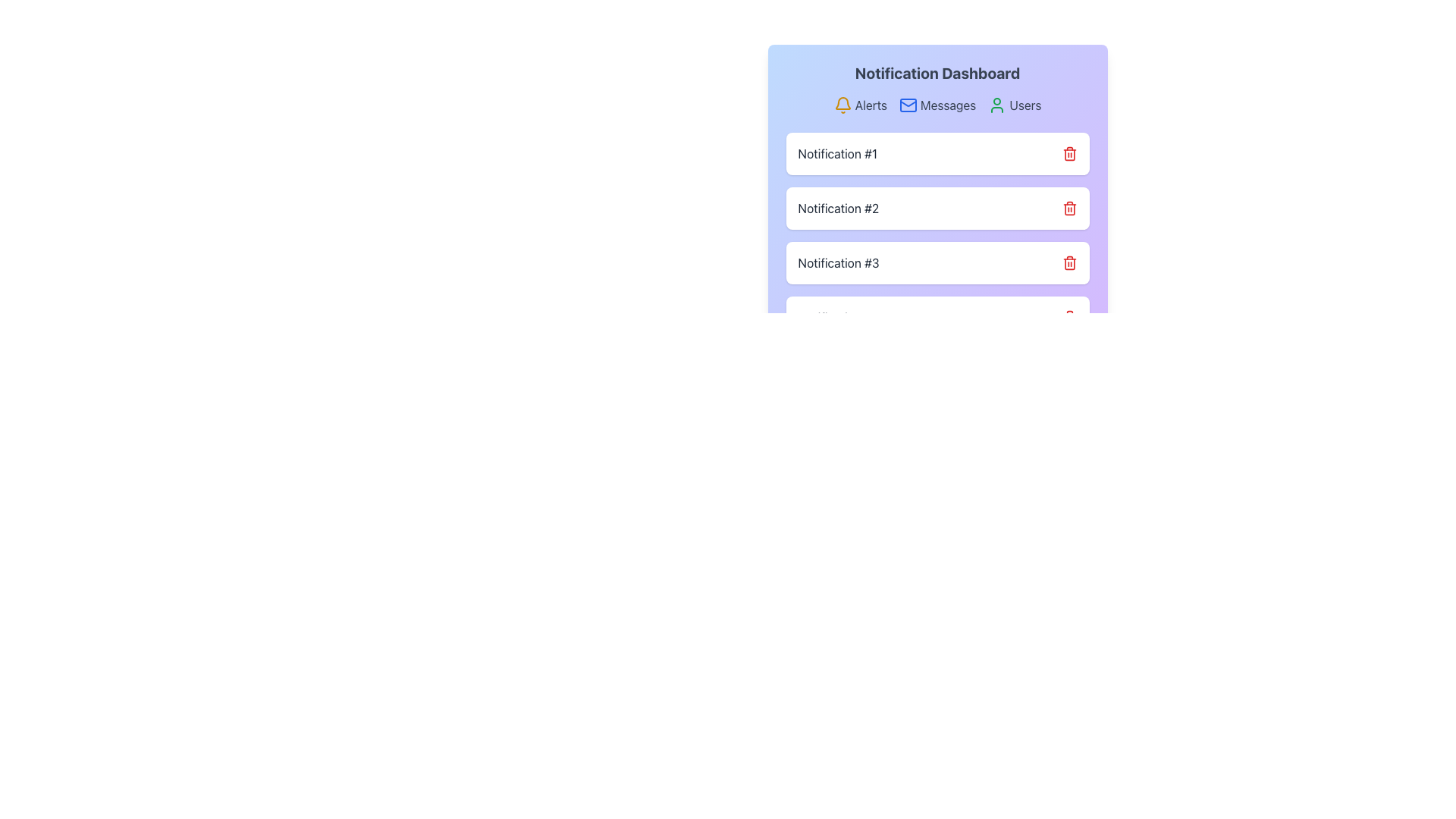 The image size is (1456, 819). What do you see at coordinates (860, 104) in the screenshot?
I see `the navigation item representing the alerts section located beneath the 'Notification Dashboard' header` at bounding box center [860, 104].